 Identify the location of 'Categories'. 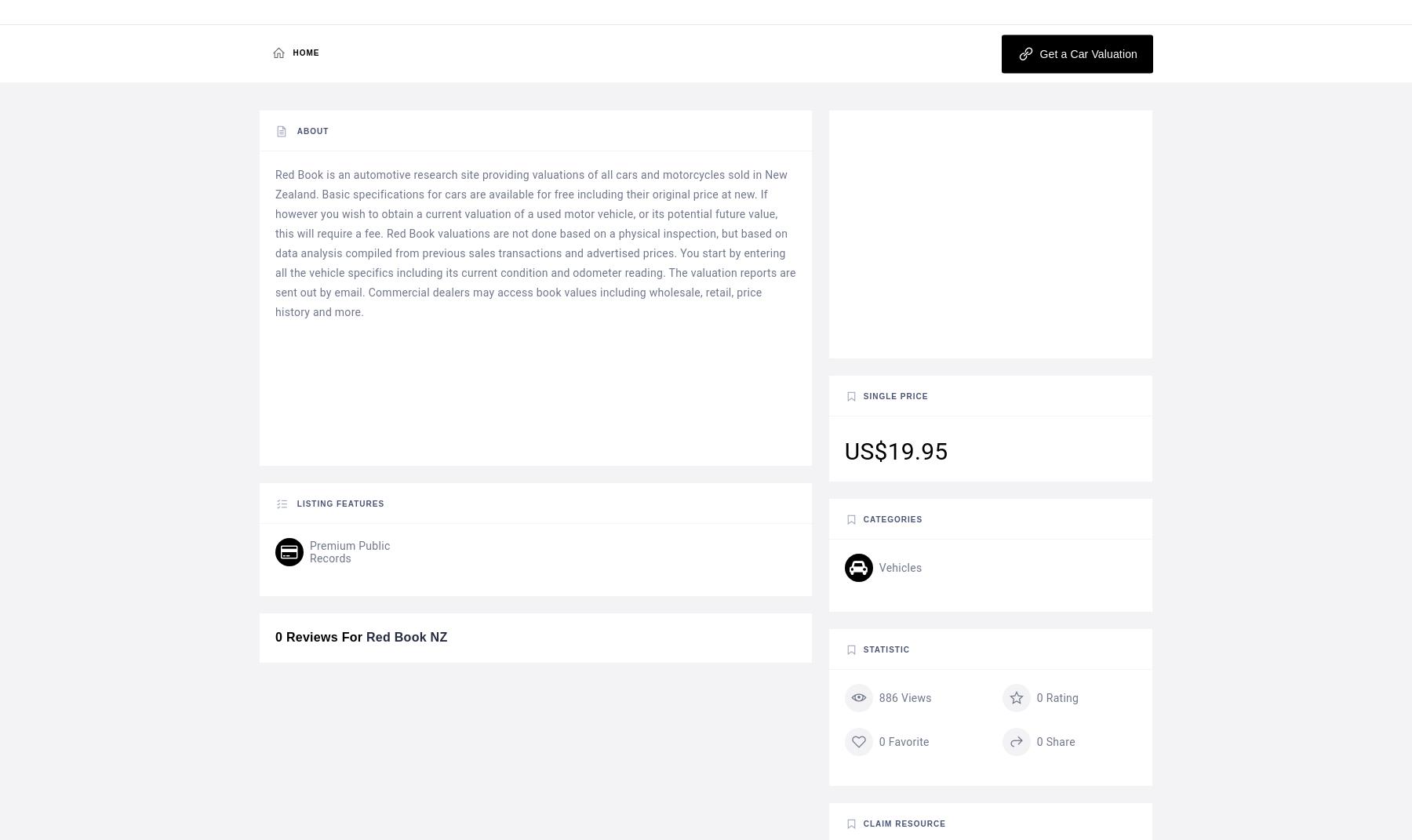
(891, 518).